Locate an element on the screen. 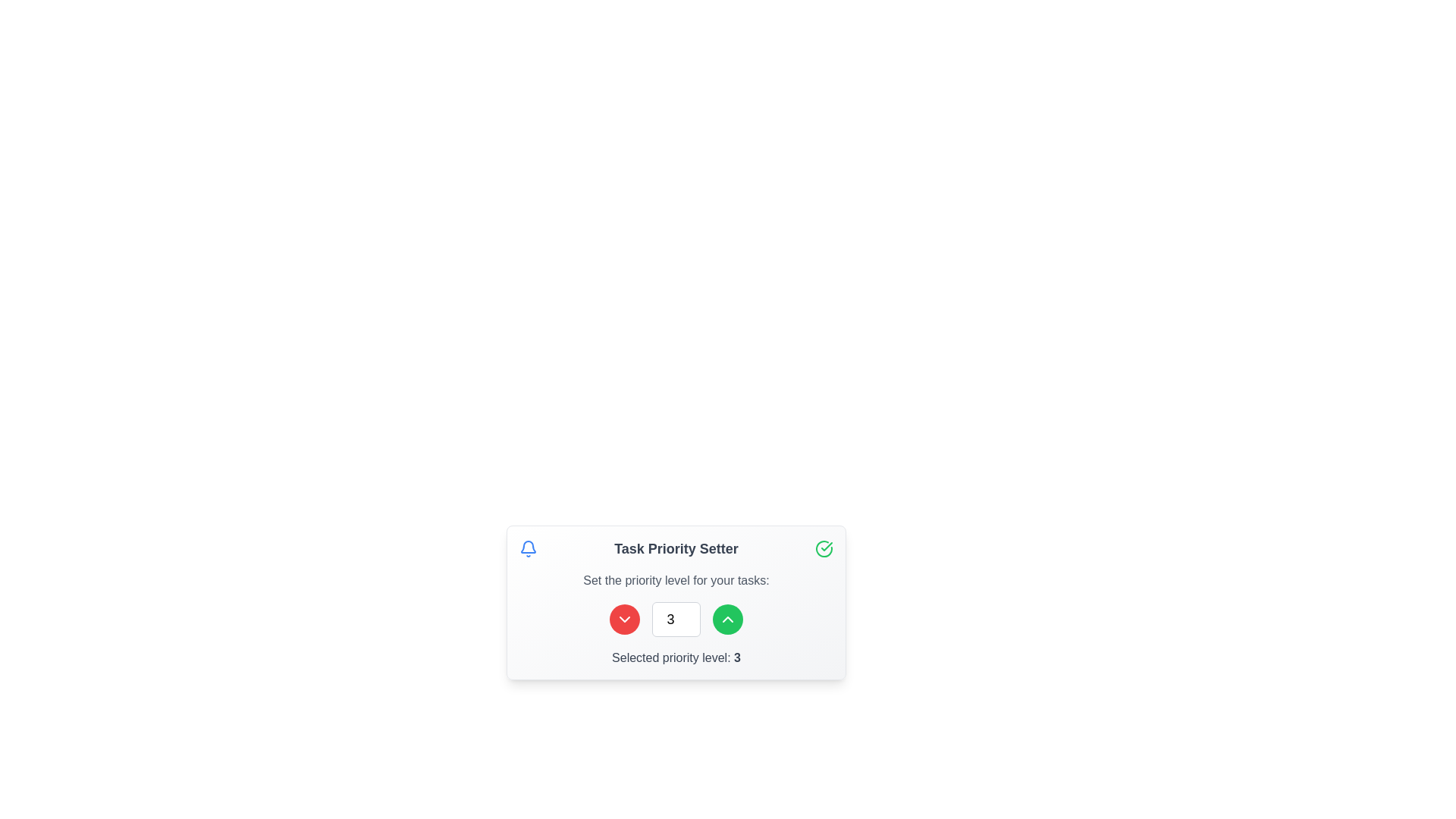 Image resolution: width=1456 pixels, height=819 pixels. text content of the number '3' which is styled in bold font and indicates the current priority level in the task management interface, found in the label 'Selected priority level: 3' is located at coordinates (737, 657).